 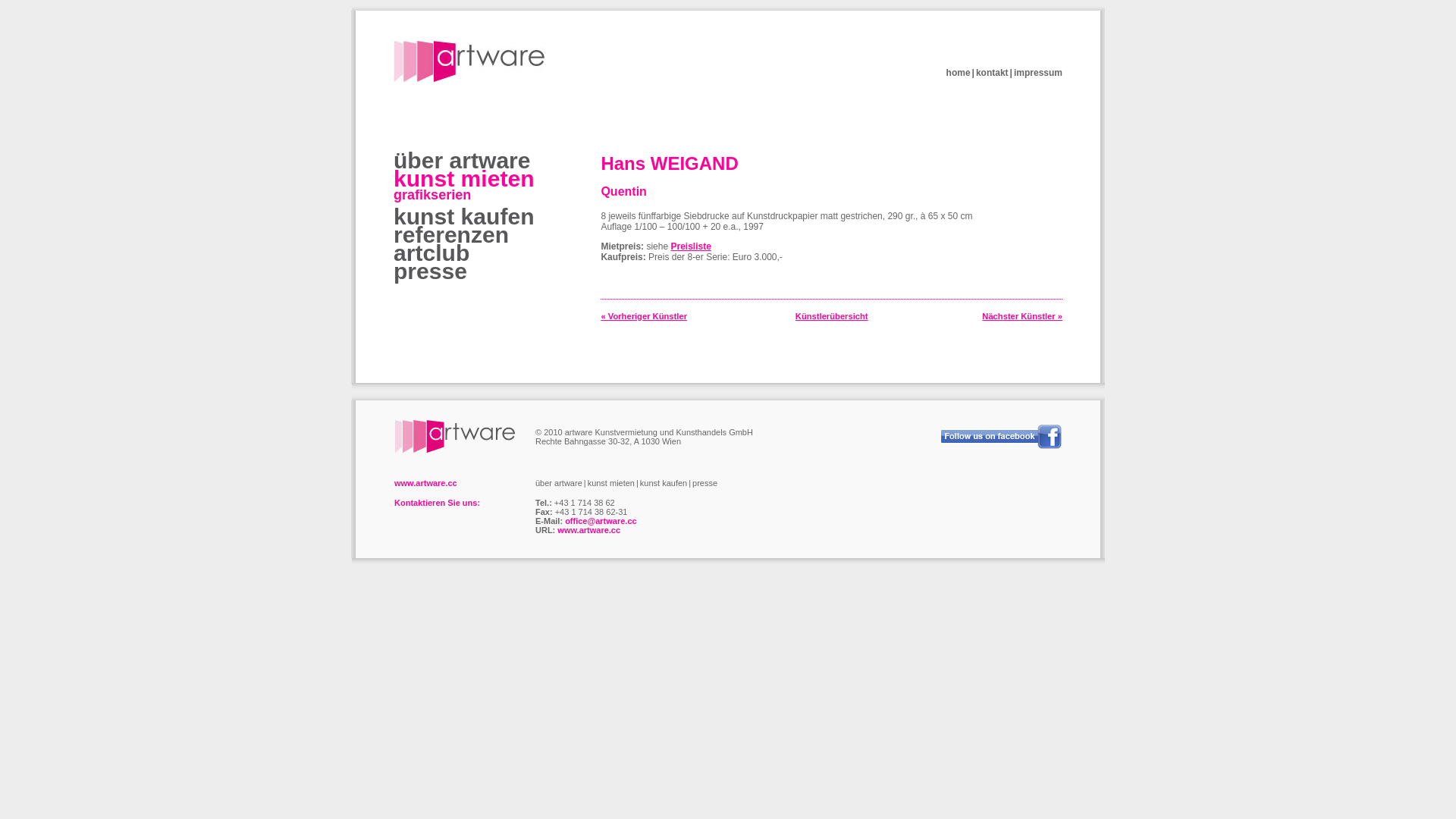 What do you see at coordinates (463, 177) in the screenshot?
I see `'kunst mieten'` at bounding box center [463, 177].